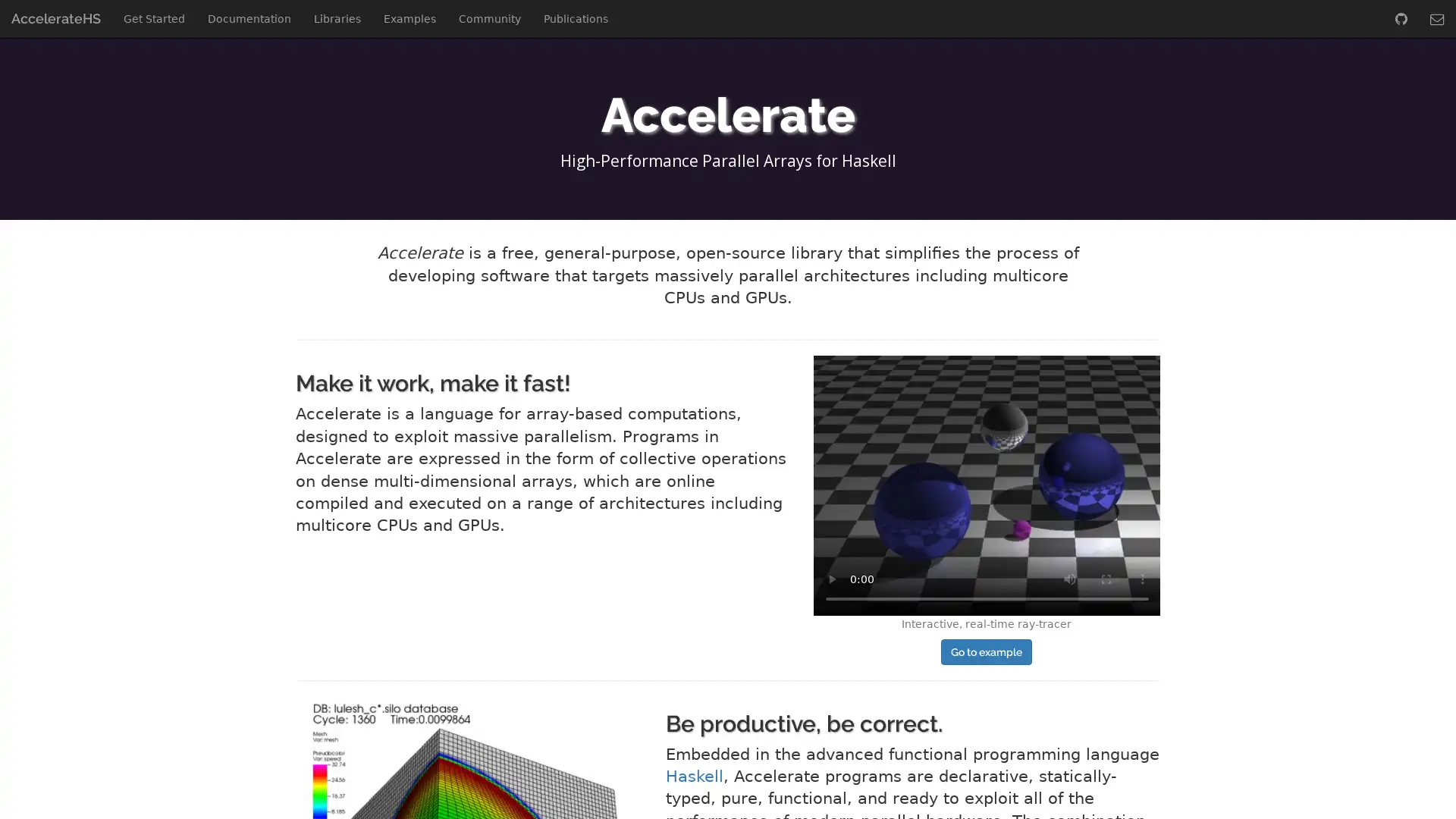  I want to click on mute, so click(1068, 579).